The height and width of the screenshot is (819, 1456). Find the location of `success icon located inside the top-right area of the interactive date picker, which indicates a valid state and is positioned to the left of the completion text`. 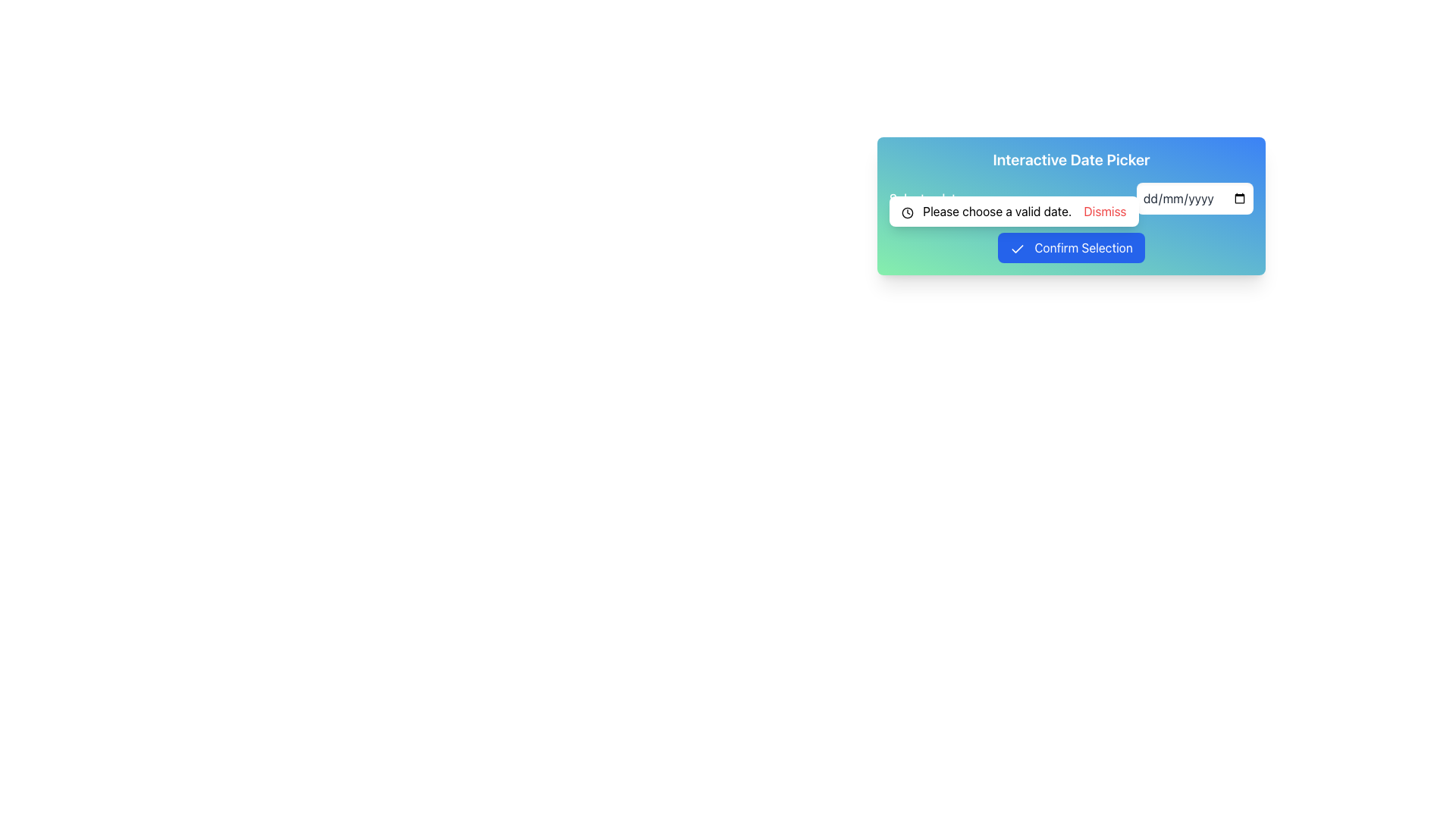

success icon located inside the top-right area of the interactive date picker, which indicates a valid state and is positioned to the left of the completion text is located at coordinates (1018, 248).